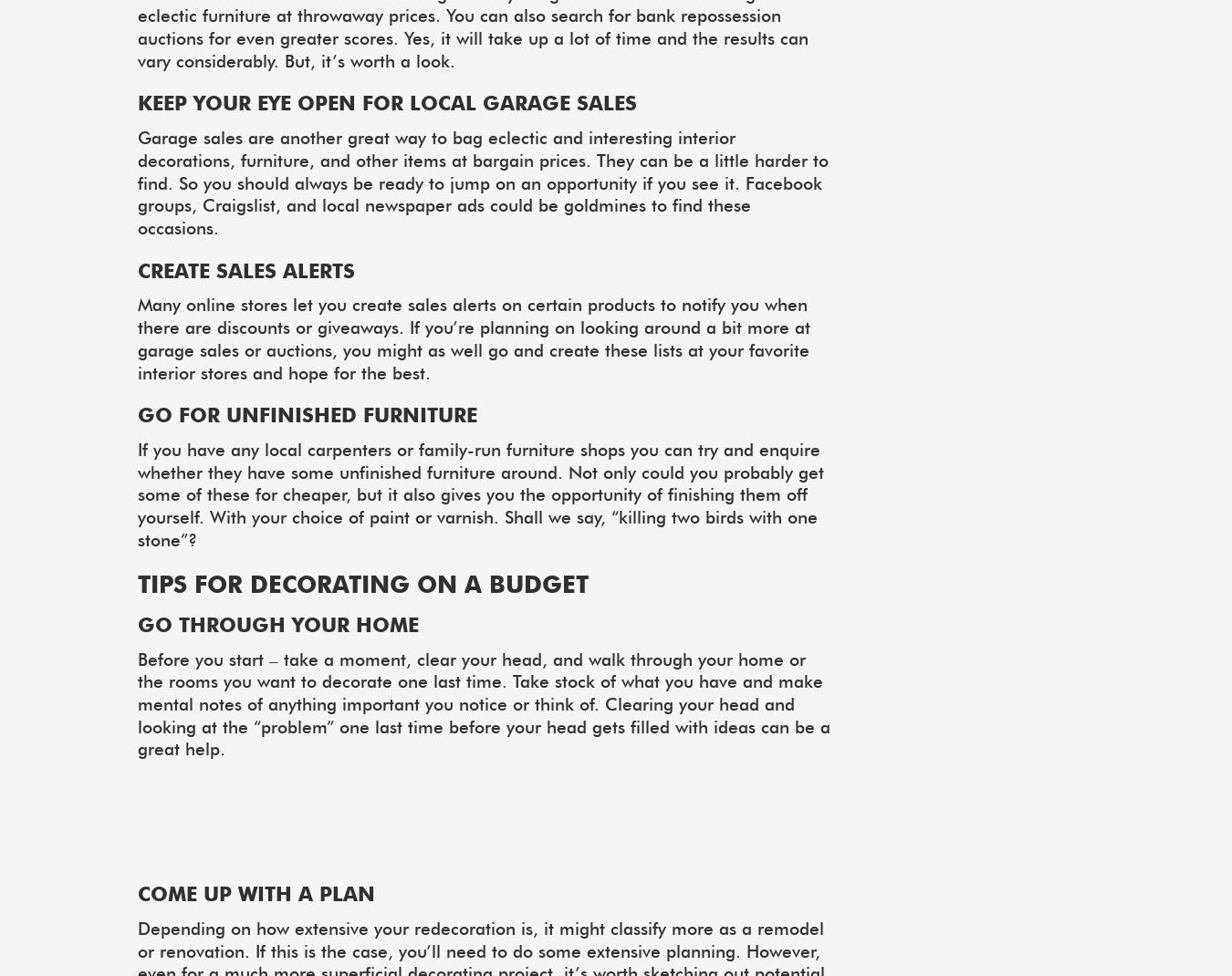 Image resolution: width=1232 pixels, height=976 pixels. I want to click on 'Create sales alerts', so click(138, 269).